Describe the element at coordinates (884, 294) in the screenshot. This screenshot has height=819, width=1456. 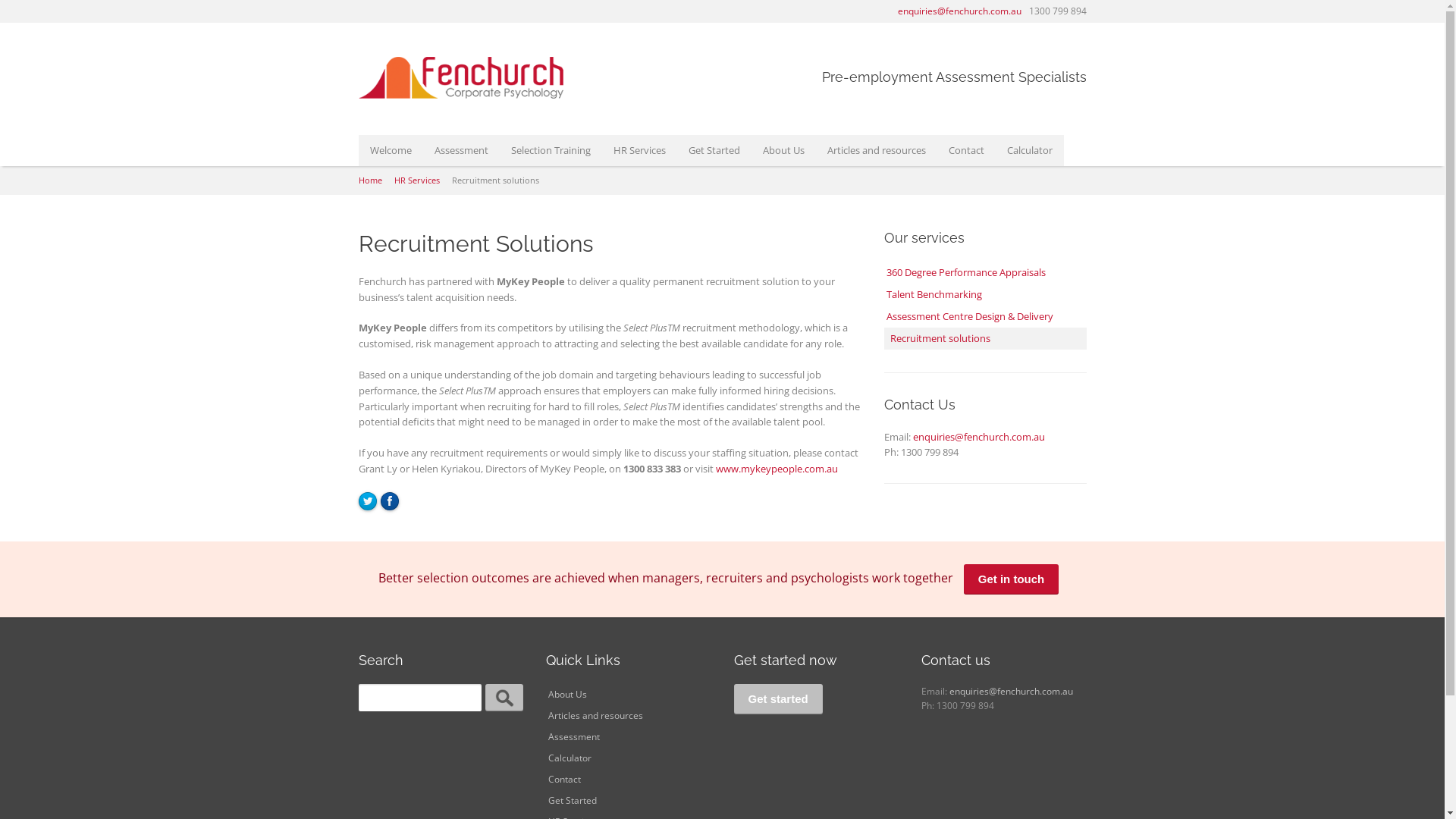
I see `'Talent Benchmarking'` at that location.